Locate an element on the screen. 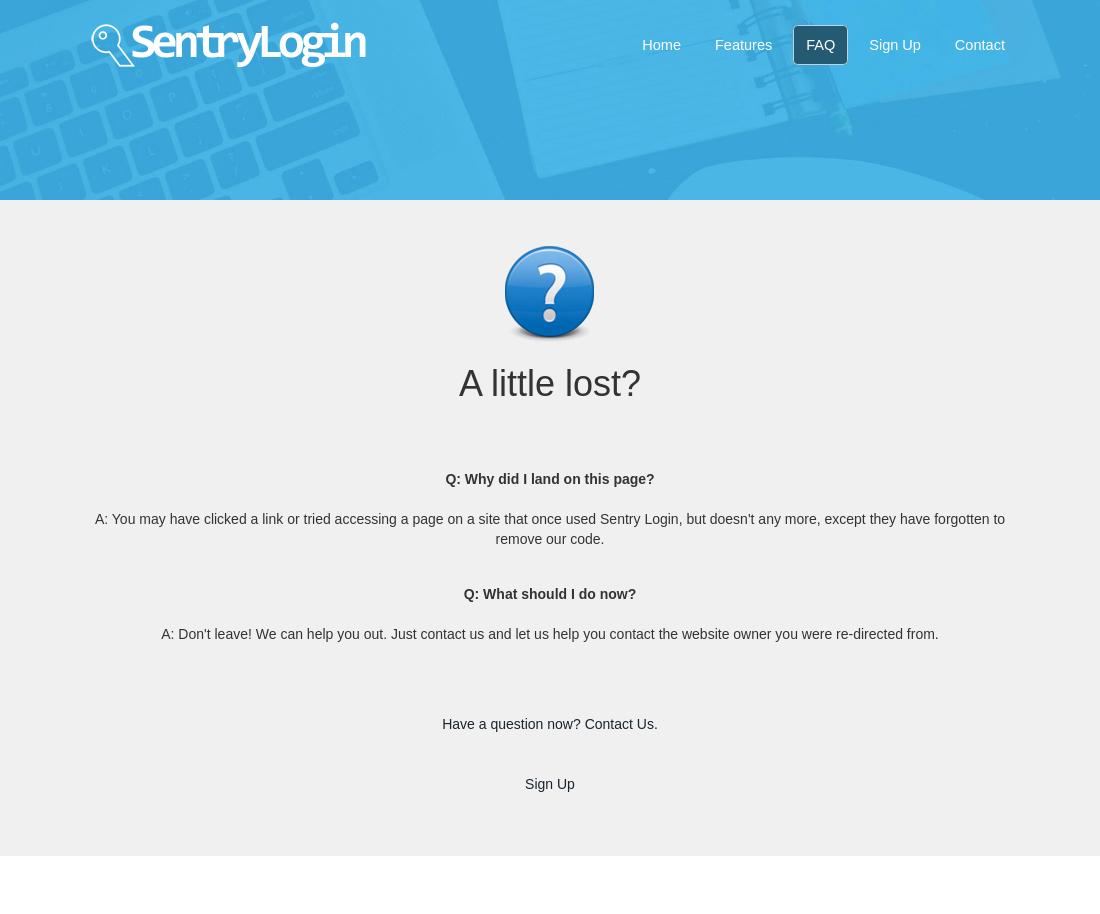 The height and width of the screenshot is (914, 1100). 'Features' is located at coordinates (713, 44).